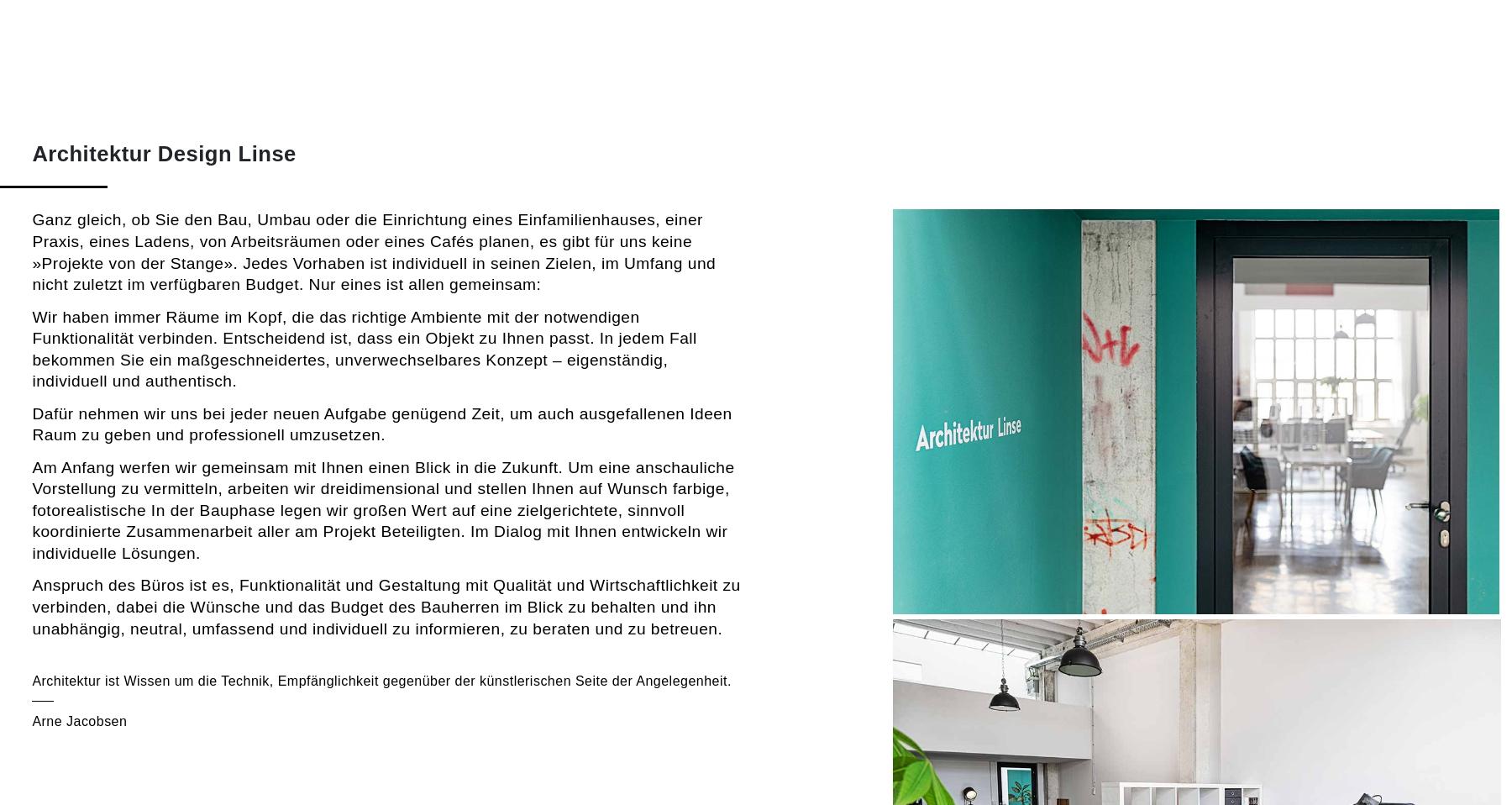  Describe the element at coordinates (799, 497) in the screenshot. I see `'2012 – 2015'` at that location.